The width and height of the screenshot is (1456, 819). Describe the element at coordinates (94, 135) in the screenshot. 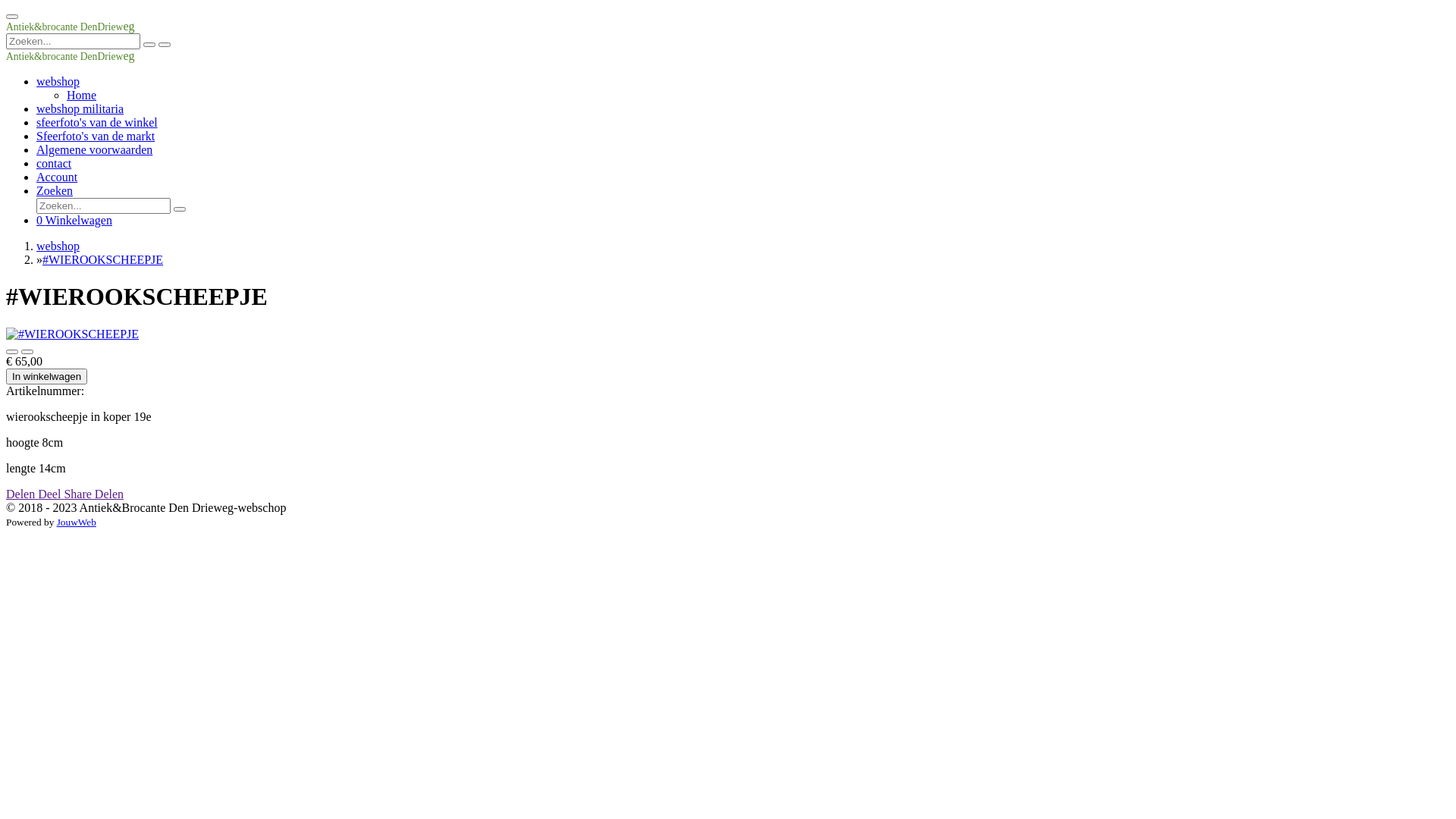

I see `'Sfeerfoto's van de markt'` at that location.